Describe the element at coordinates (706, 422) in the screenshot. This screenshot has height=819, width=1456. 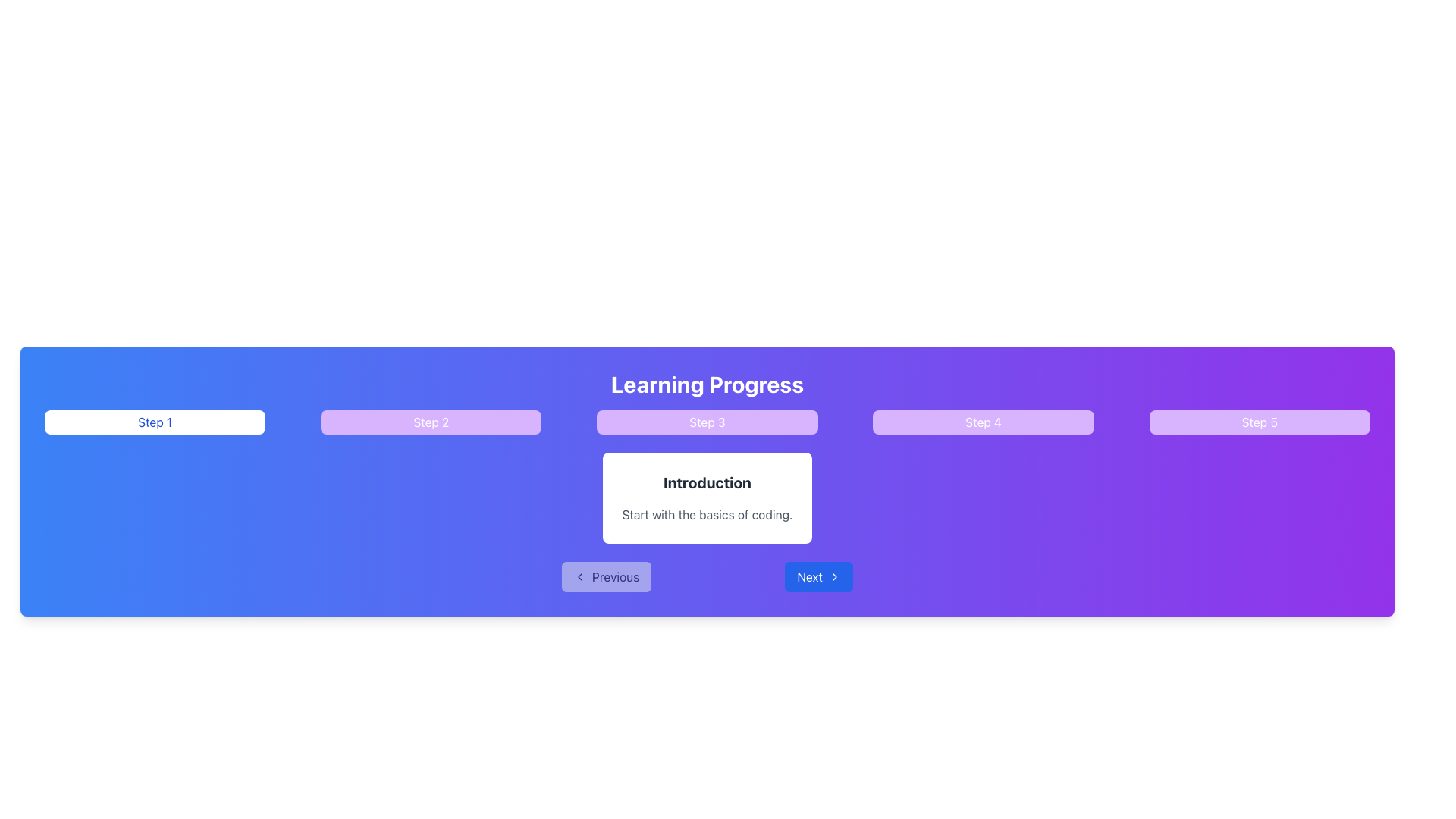
I see `the individual step labels of the Progress Indicator located beneath the 'Learning Progress' heading at the top of the interface` at that location.